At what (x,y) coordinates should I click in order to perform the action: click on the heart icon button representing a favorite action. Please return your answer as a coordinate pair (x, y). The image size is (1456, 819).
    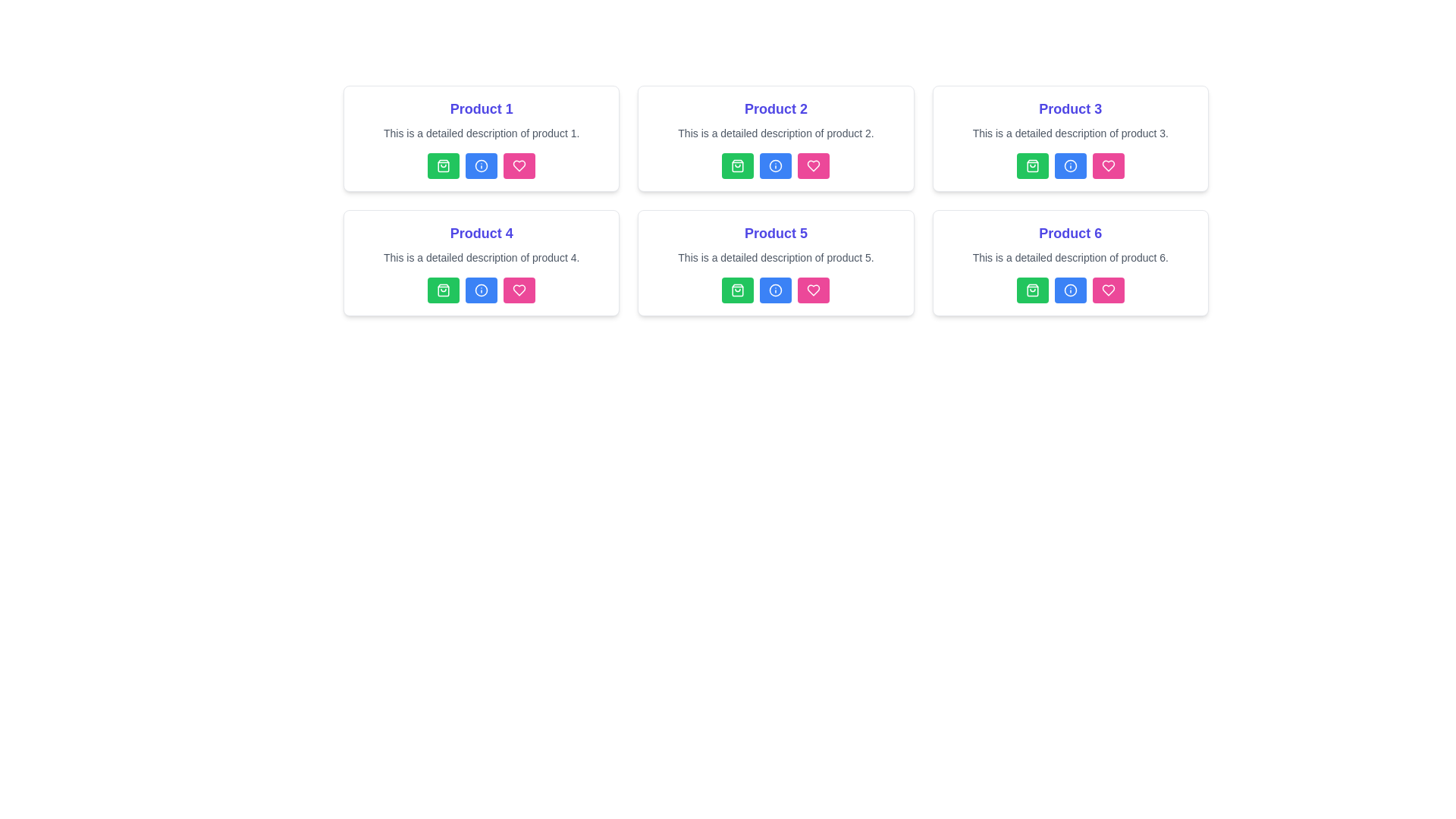
    Looking at the image, I should click on (813, 166).